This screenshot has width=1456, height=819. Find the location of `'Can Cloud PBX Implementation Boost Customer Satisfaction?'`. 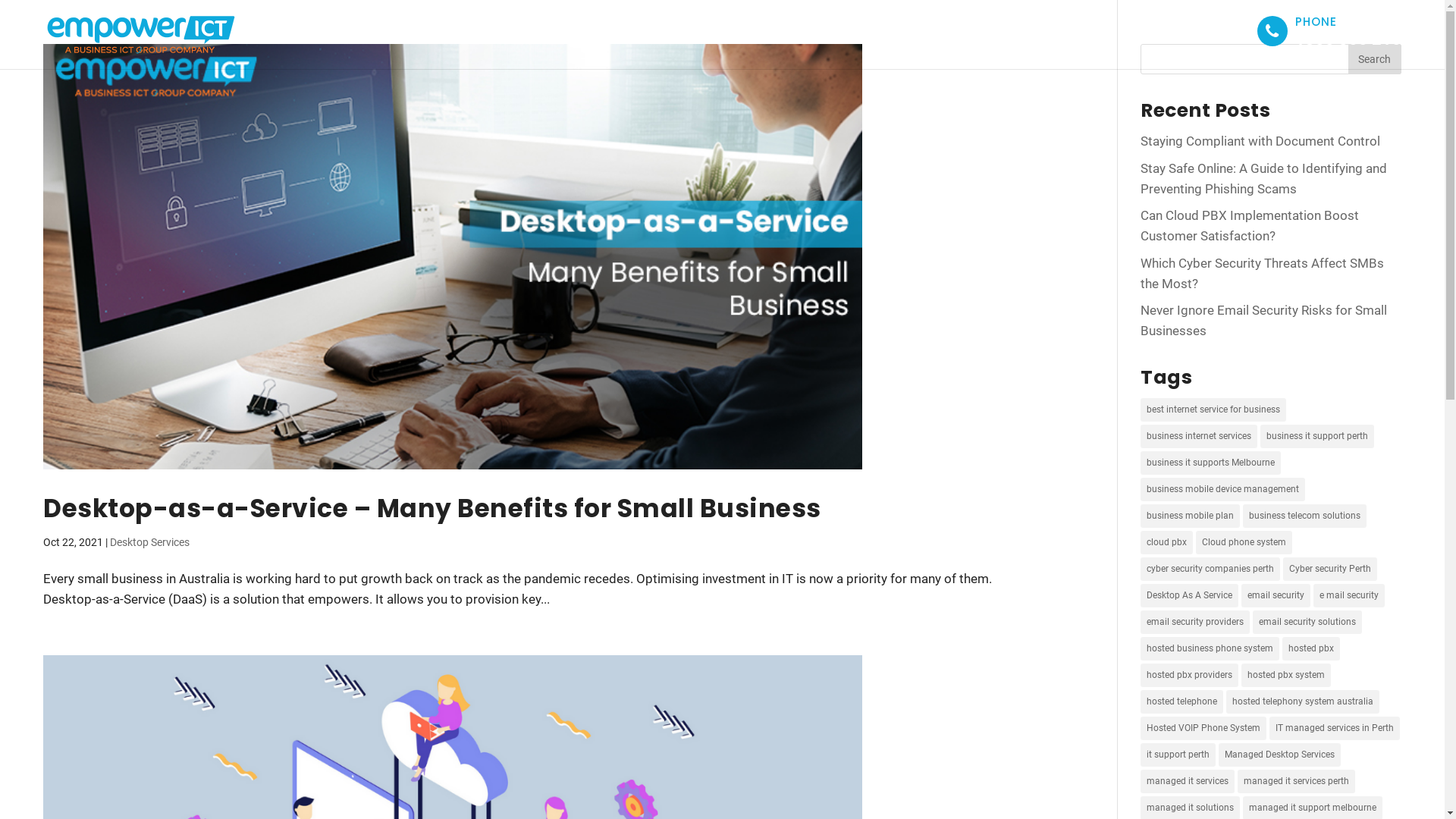

'Can Cloud PBX Implementation Boost Customer Satisfaction?' is located at coordinates (1140, 225).